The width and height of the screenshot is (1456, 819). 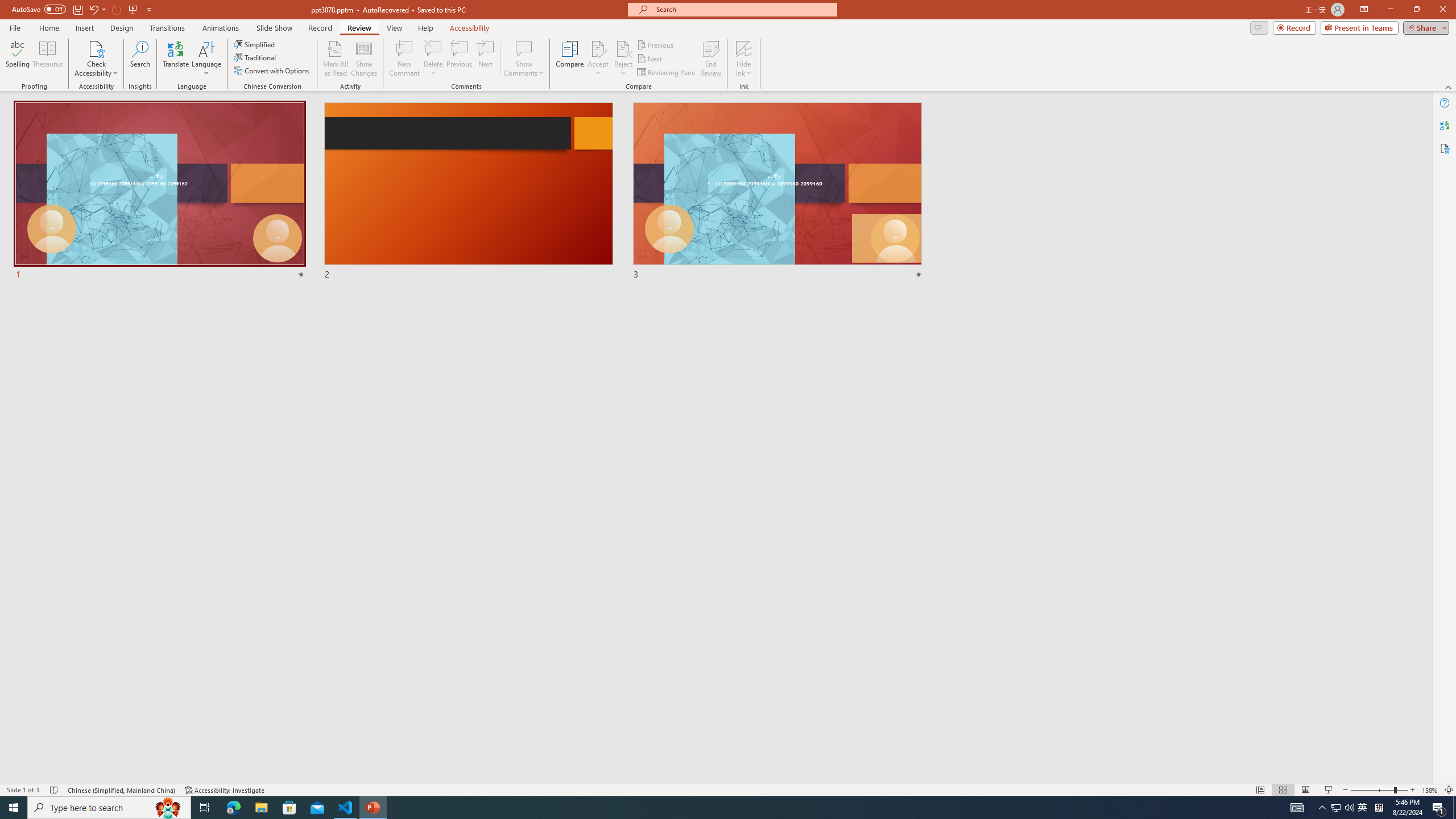 What do you see at coordinates (666, 72) in the screenshot?
I see `'Reviewing Pane'` at bounding box center [666, 72].